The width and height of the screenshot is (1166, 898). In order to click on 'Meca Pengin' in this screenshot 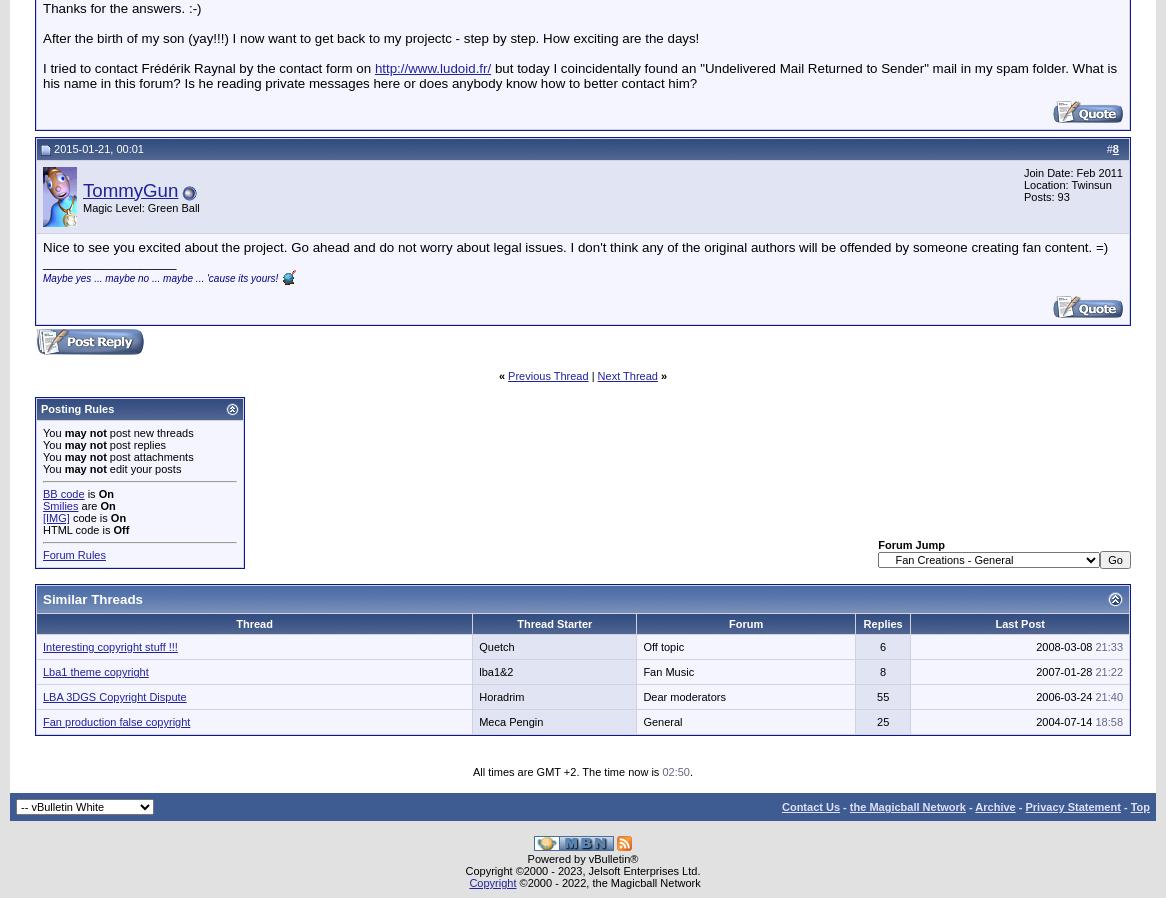, I will do `click(478, 721)`.